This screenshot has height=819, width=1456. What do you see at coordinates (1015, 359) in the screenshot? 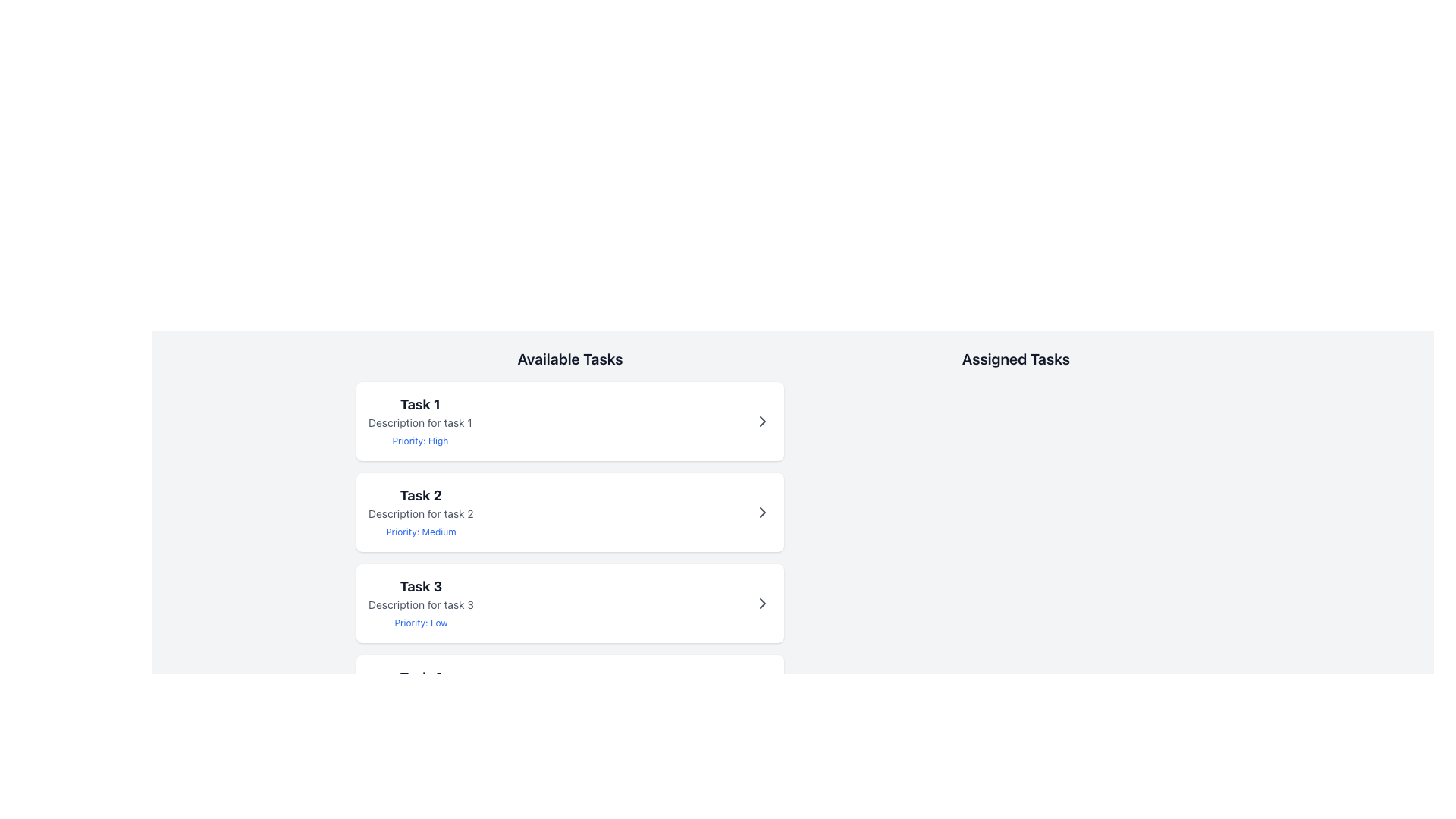
I see `the bold header text labeled 'Assigned Tasks' located at the top-right corner of the interface` at bounding box center [1015, 359].